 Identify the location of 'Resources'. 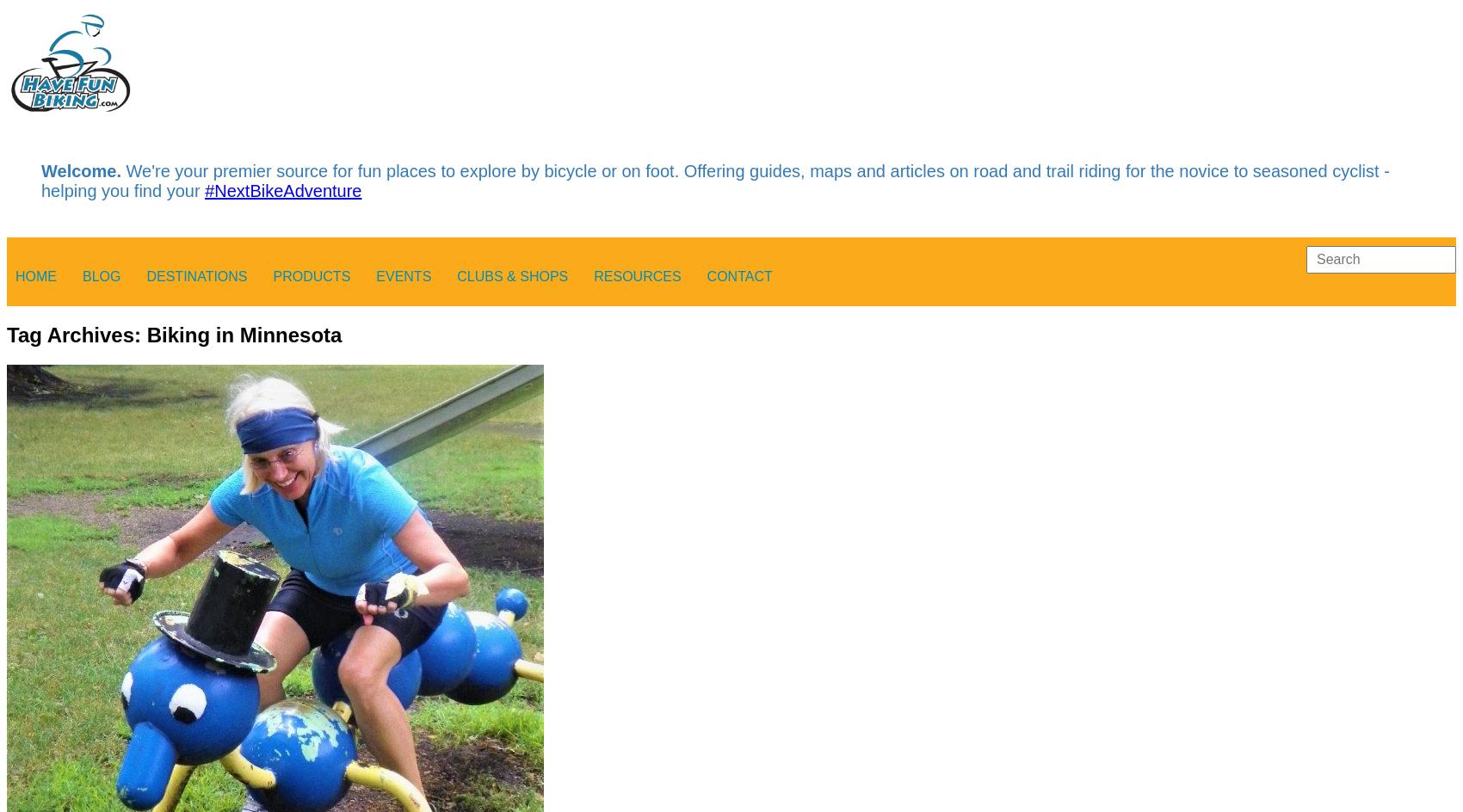
(637, 275).